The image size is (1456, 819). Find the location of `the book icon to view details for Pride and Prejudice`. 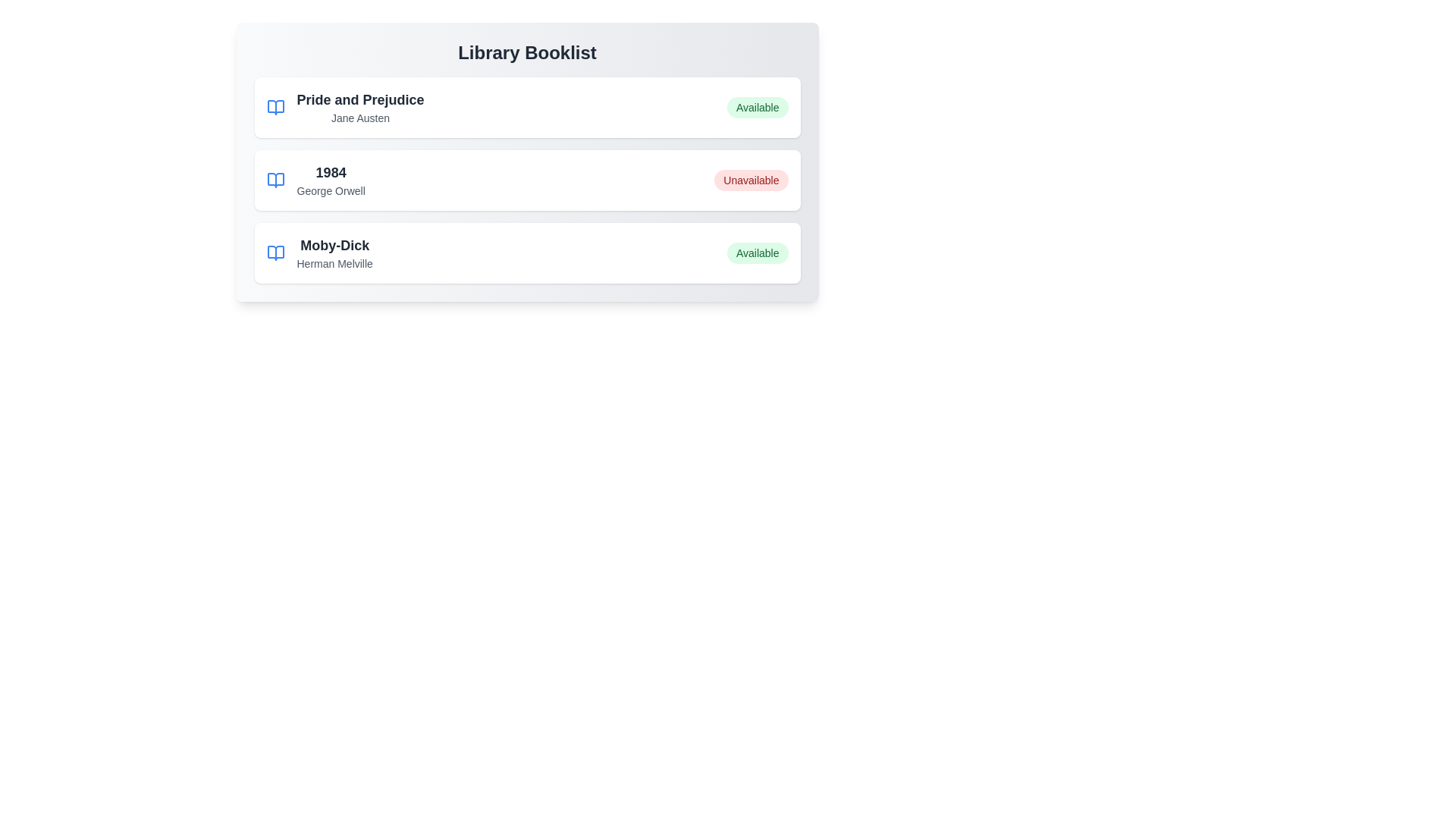

the book icon to view details for Pride and Prejudice is located at coordinates (275, 107).